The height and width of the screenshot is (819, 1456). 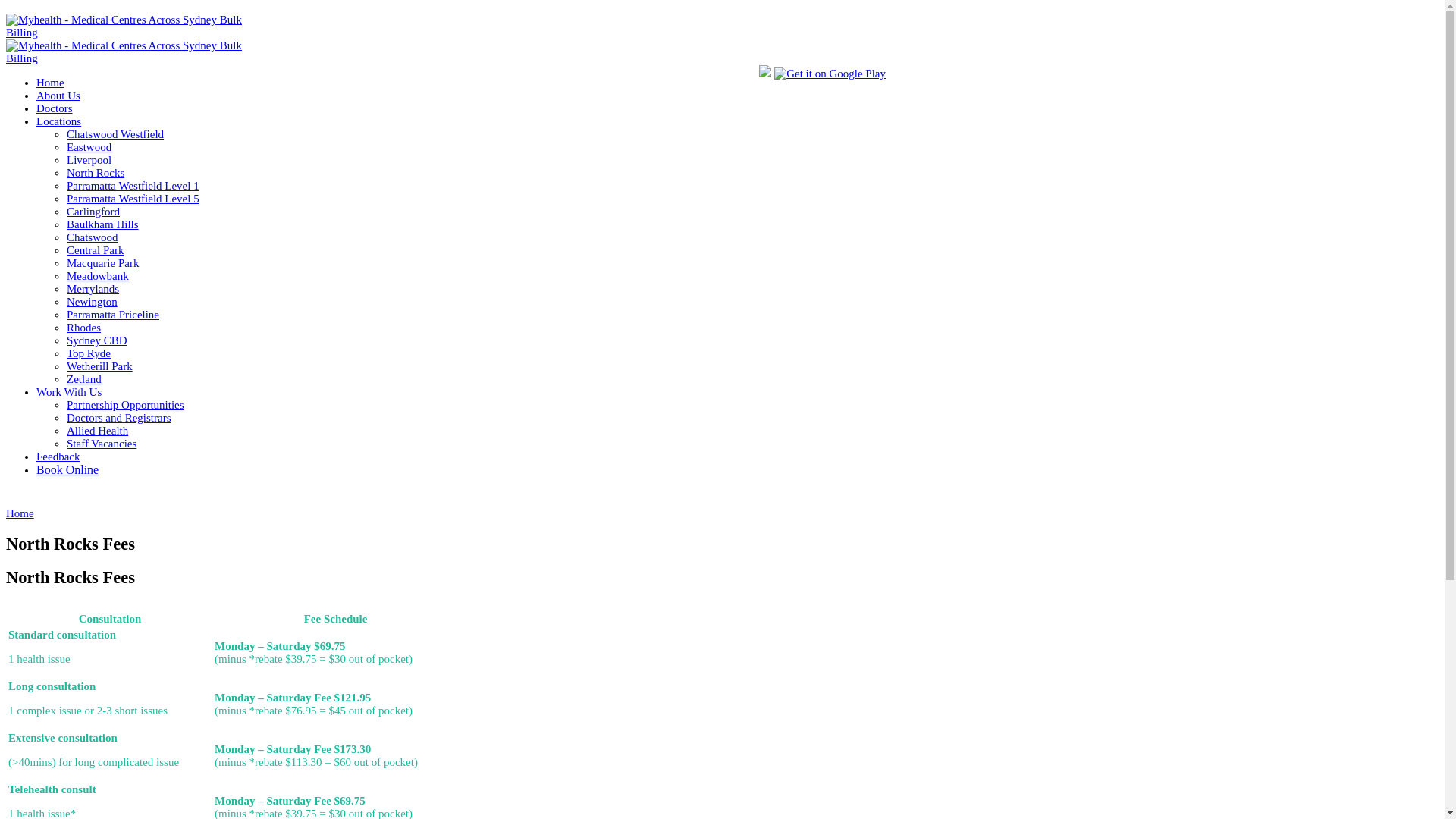 What do you see at coordinates (133, 198) in the screenshot?
I see `'Parramatta Westfield Level 5'` at bounding box center [133, 198].